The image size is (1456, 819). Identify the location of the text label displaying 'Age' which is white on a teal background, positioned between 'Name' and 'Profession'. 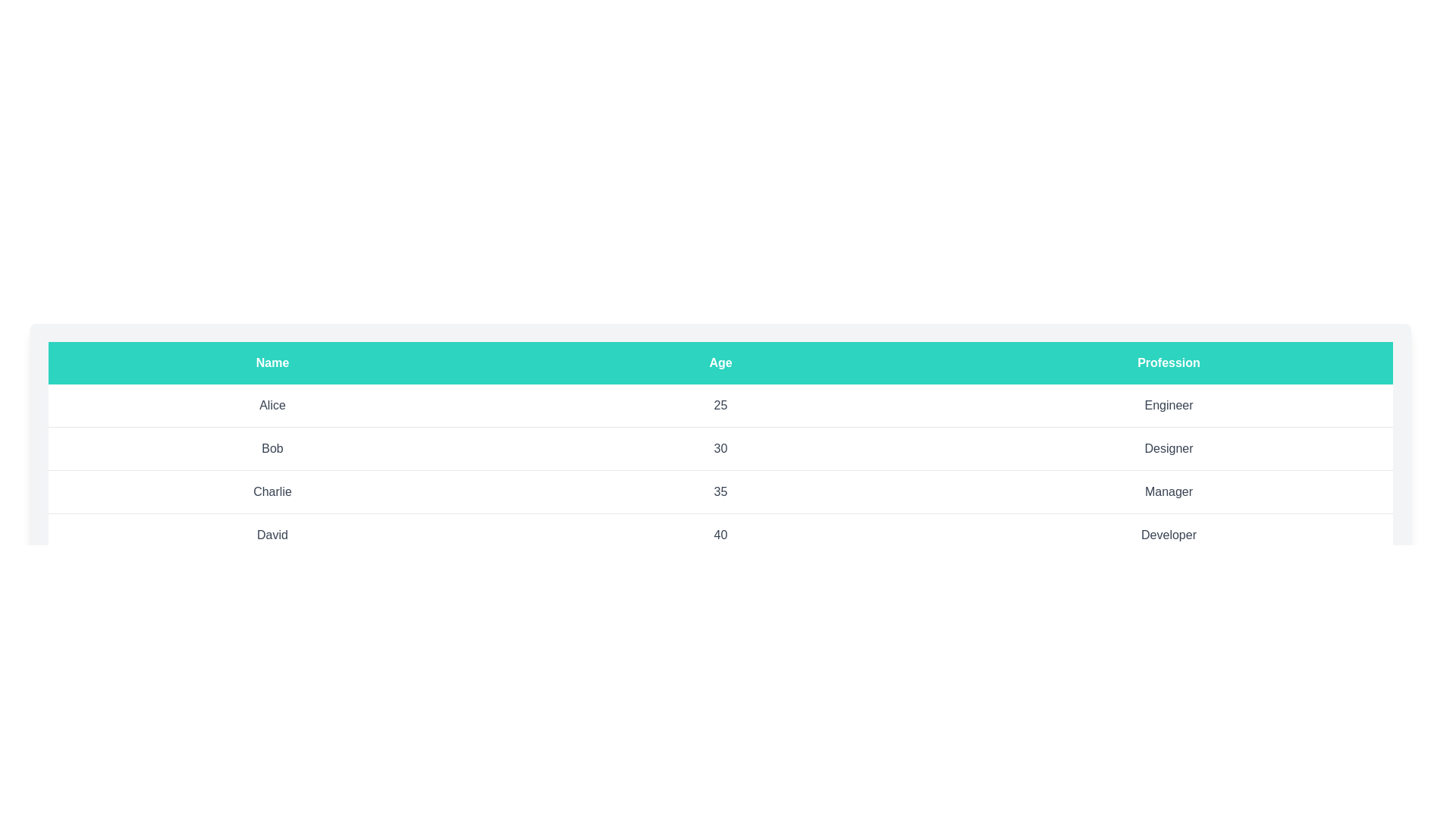
(720, 362).